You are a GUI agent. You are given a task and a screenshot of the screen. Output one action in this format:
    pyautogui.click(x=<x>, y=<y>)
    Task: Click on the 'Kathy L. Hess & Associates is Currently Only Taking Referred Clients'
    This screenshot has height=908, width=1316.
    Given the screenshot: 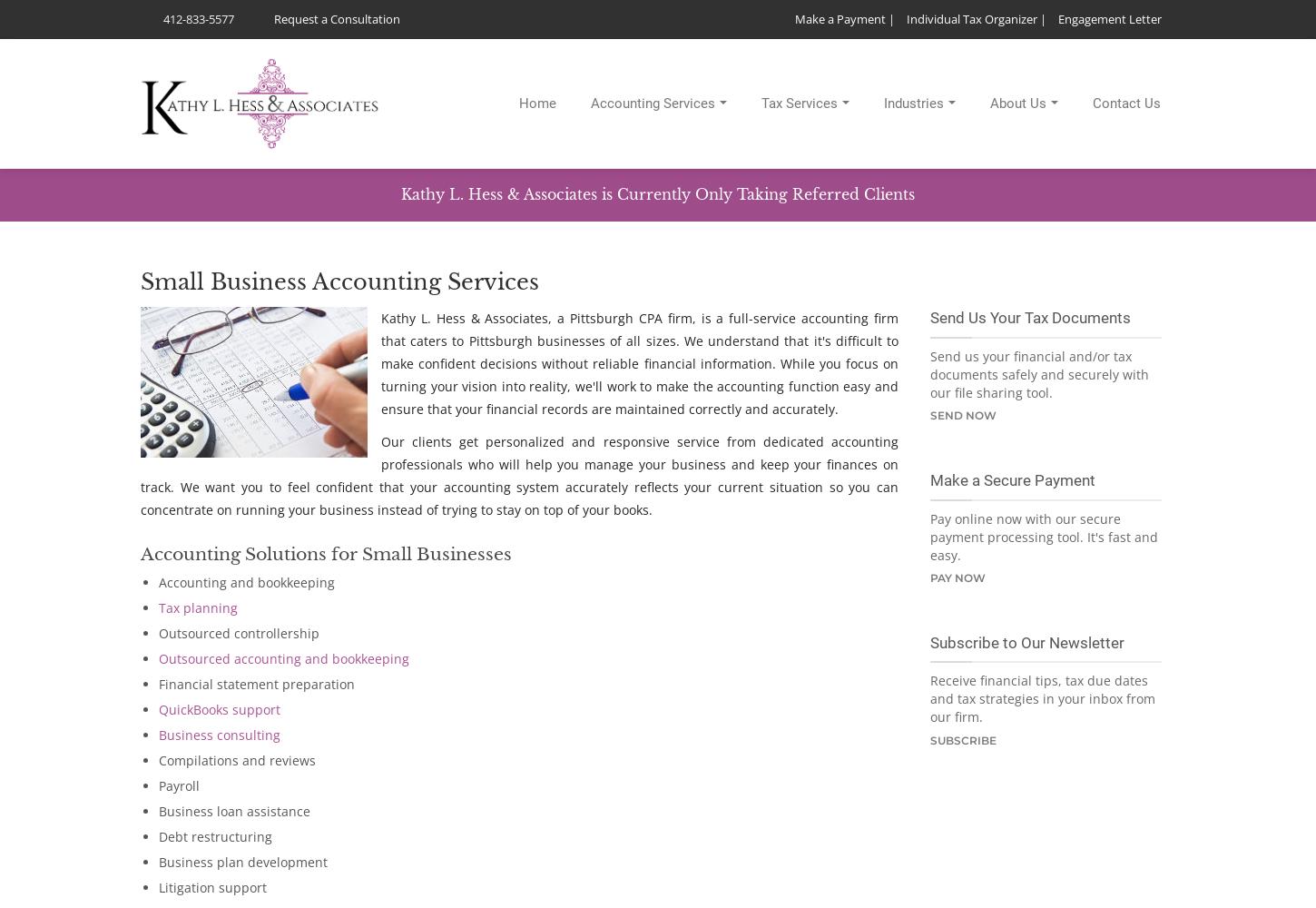 What is the action you would take?
    pyautogui.click(x=658, y=193)
    